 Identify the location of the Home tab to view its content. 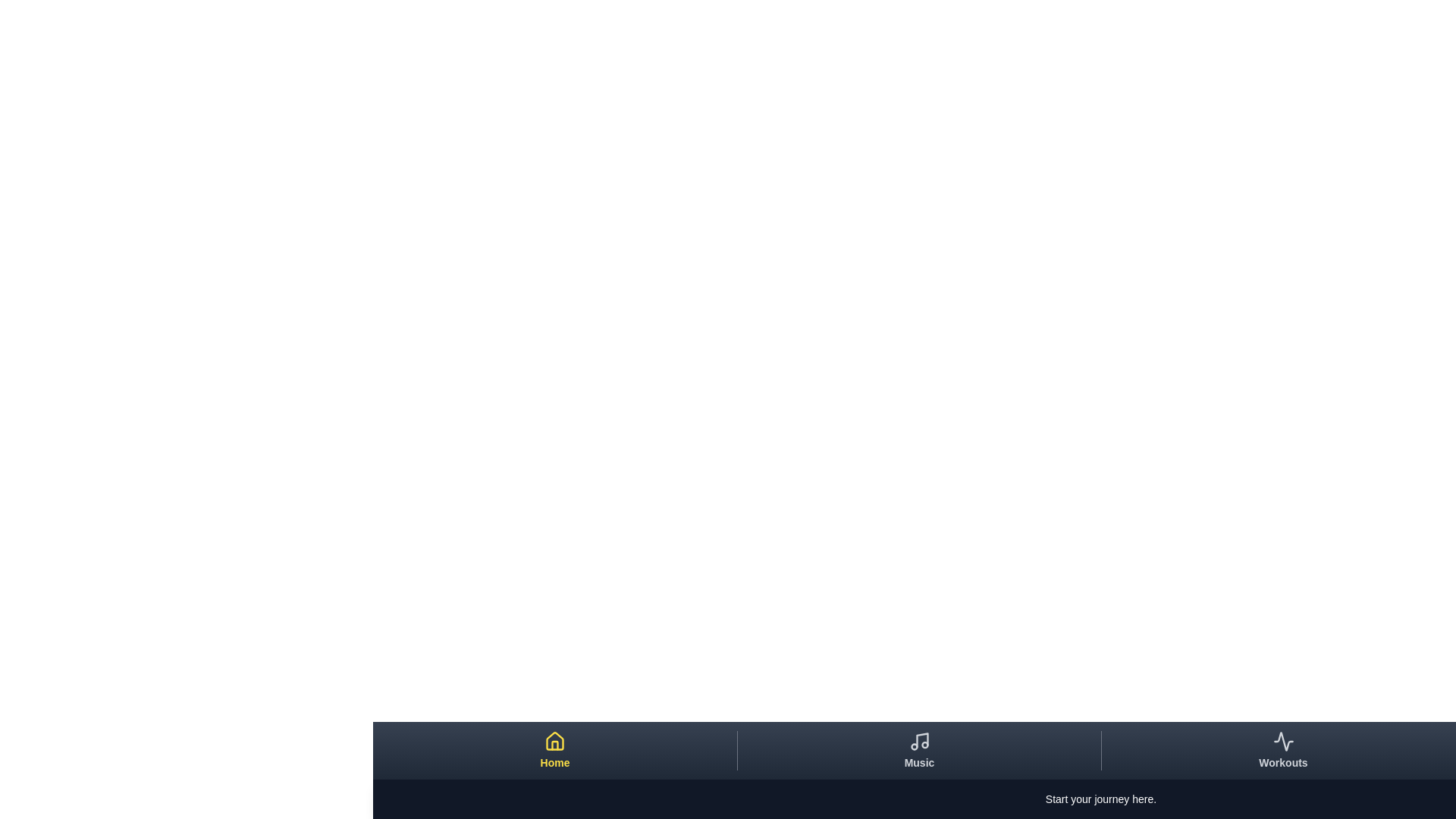
(554, 751).